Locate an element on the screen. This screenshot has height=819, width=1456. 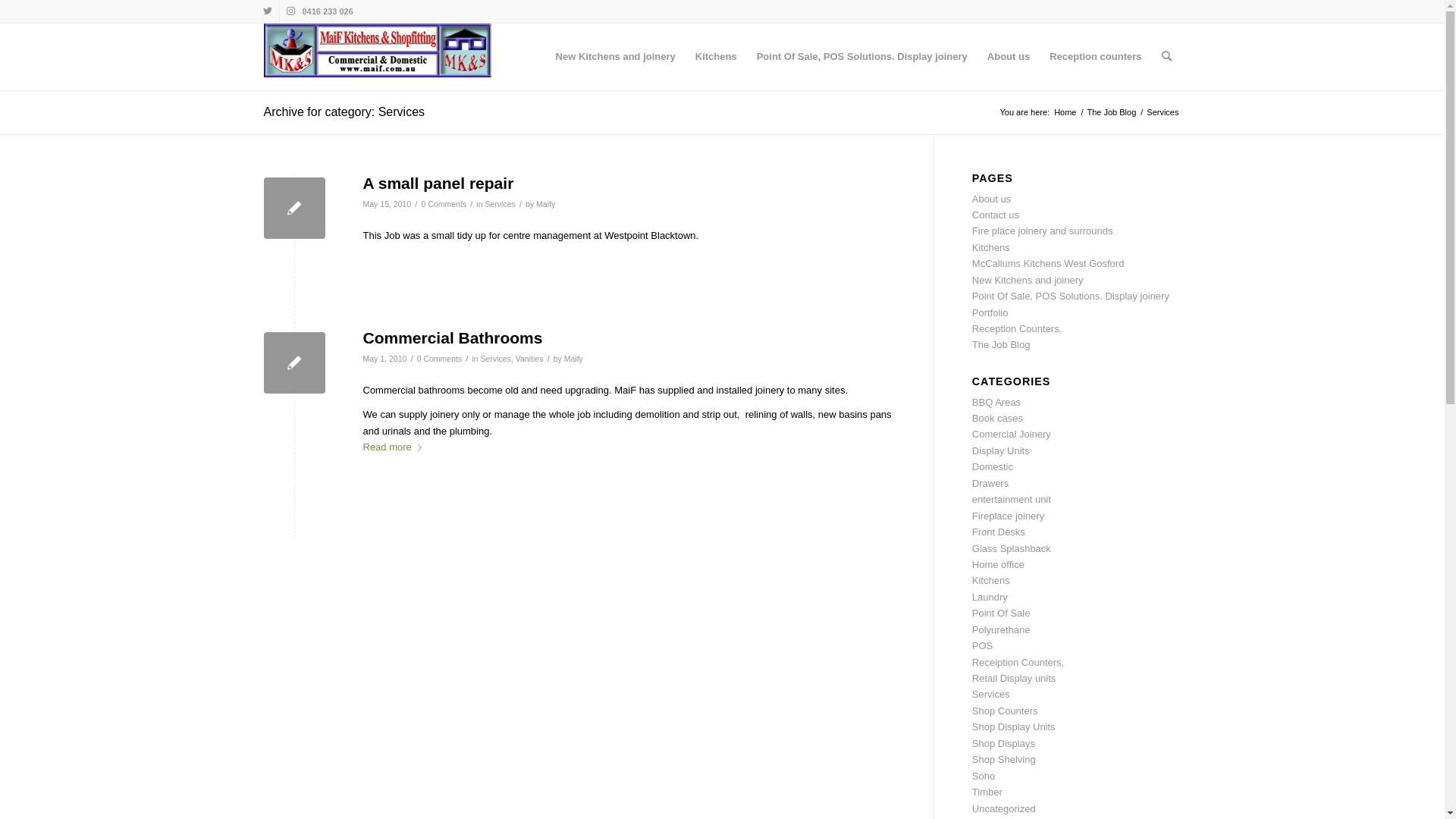
'BBQ Areas' is located at coordinates (971, 401).